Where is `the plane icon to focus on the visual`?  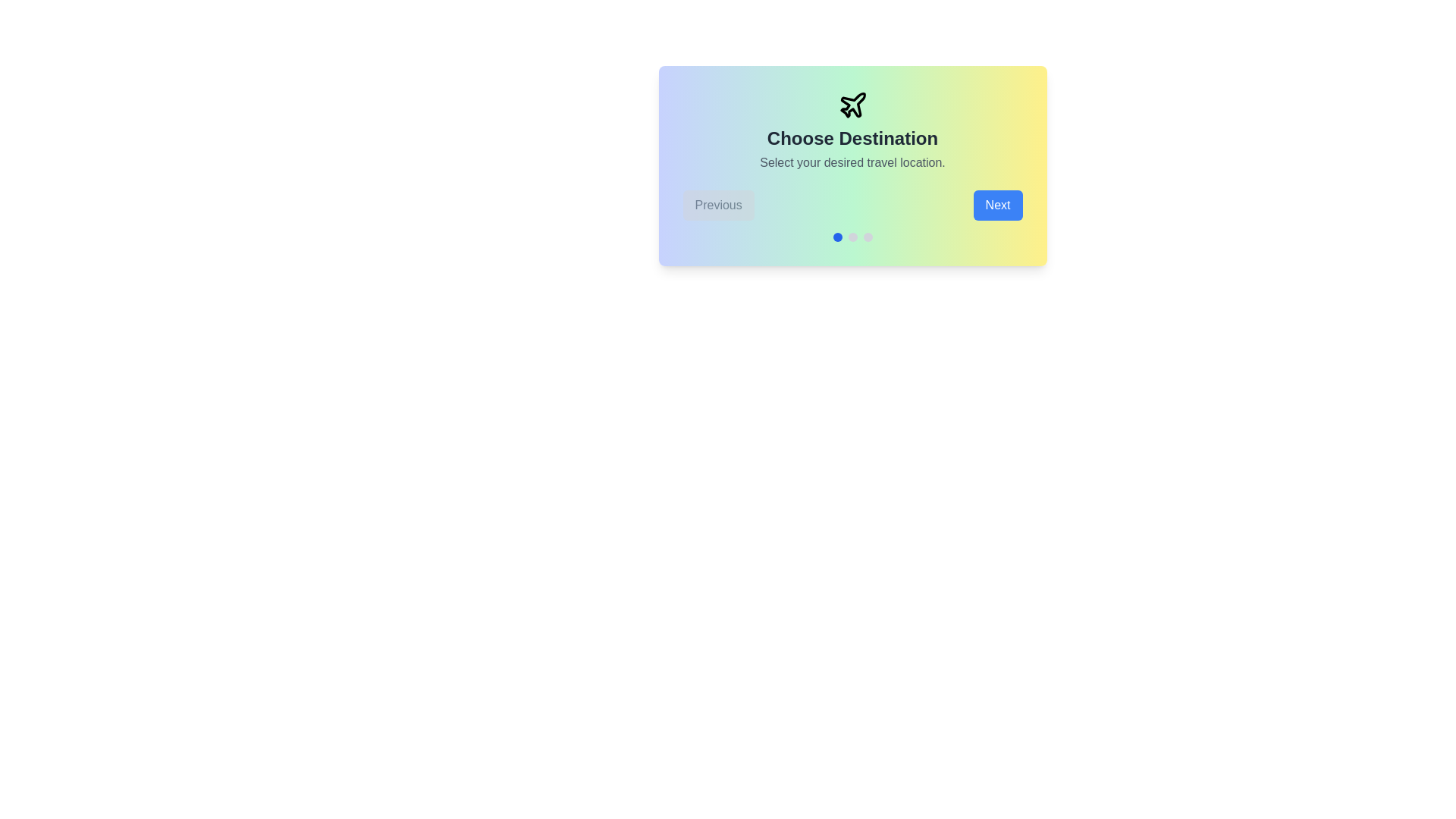 the plane icon to focus on the visual is located at coordinates (852, 104).